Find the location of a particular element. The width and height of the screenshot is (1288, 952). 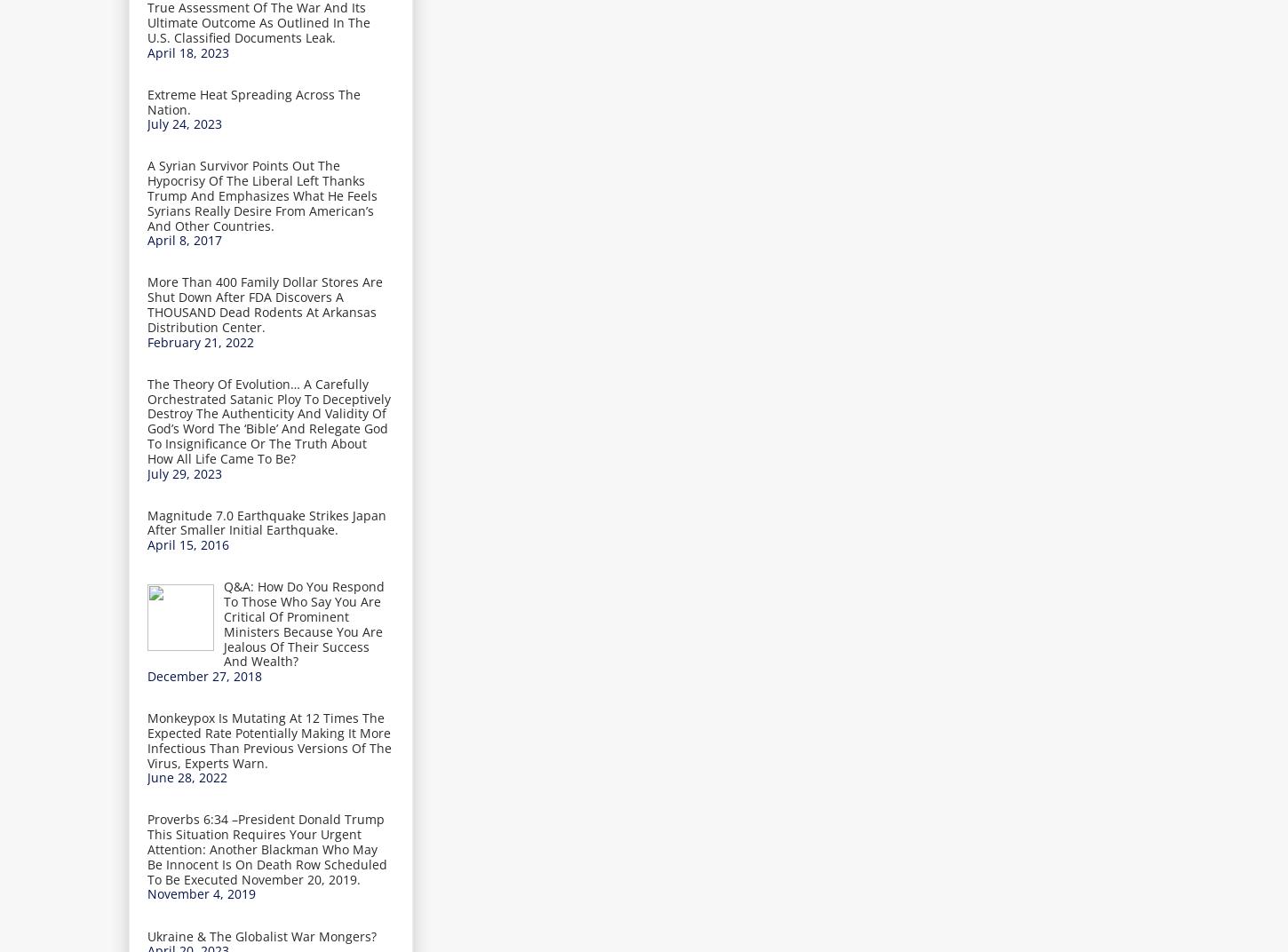

'More Than 400 Family Dollar Stores Are Shut Down After FDA Discovers A THOUSAND Dead Rodents At Arkansas Distribution Center.' is located at coordinates (265, 304).